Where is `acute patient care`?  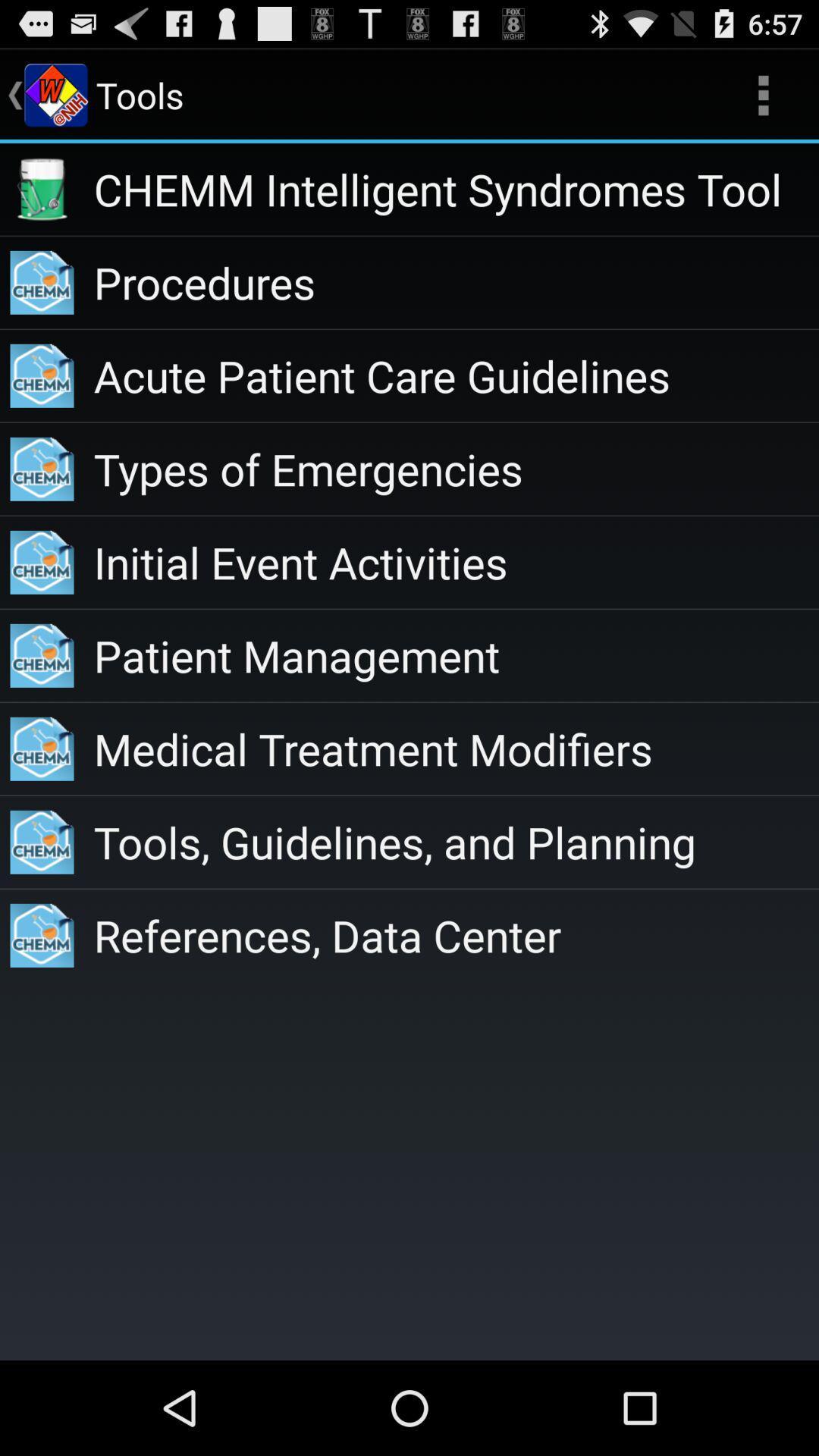
acute patient care is located at coordinates (455, 375).